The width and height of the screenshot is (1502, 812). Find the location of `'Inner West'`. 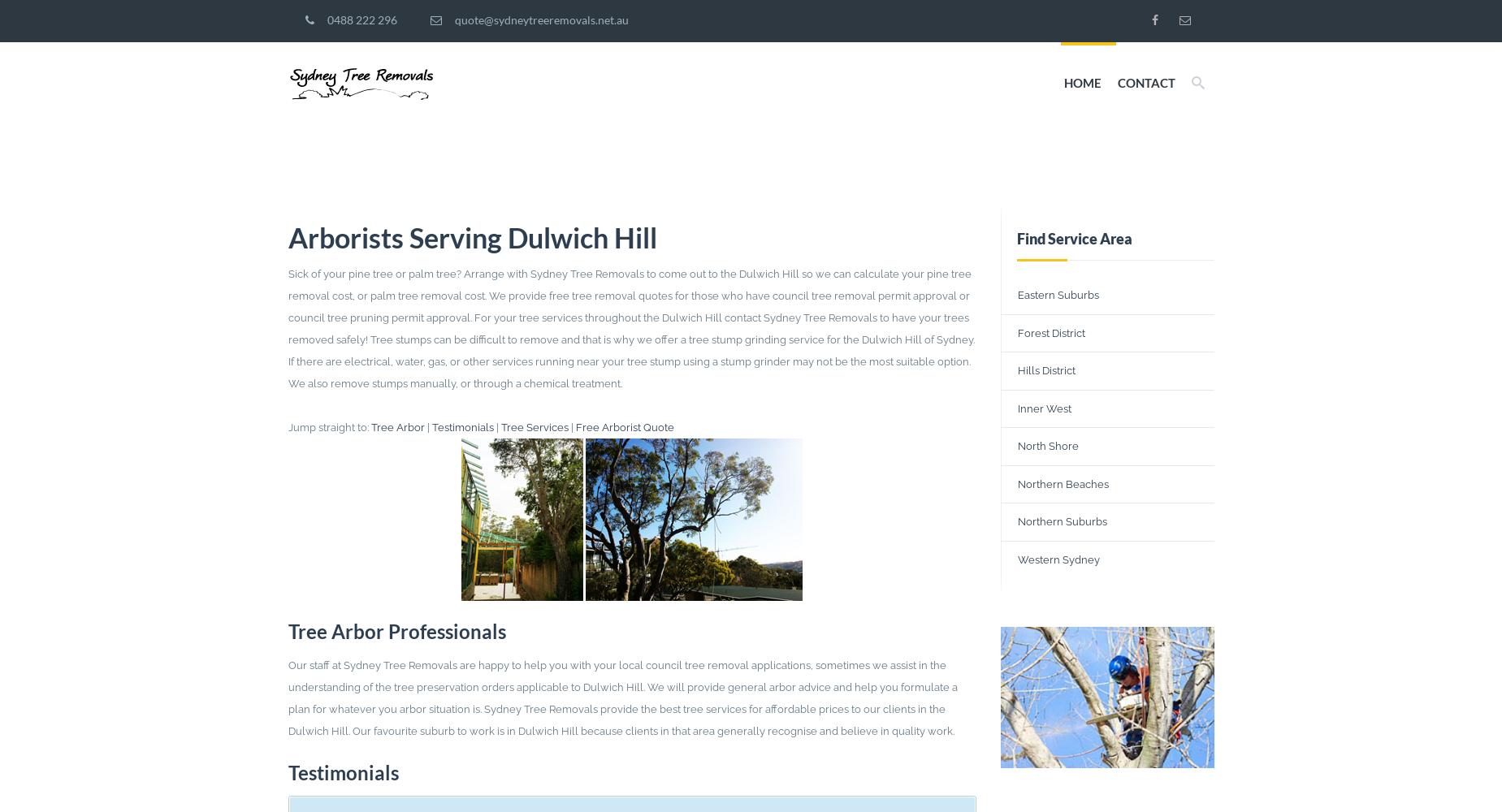

'Inner West' is located at coordinates (1044, 408).